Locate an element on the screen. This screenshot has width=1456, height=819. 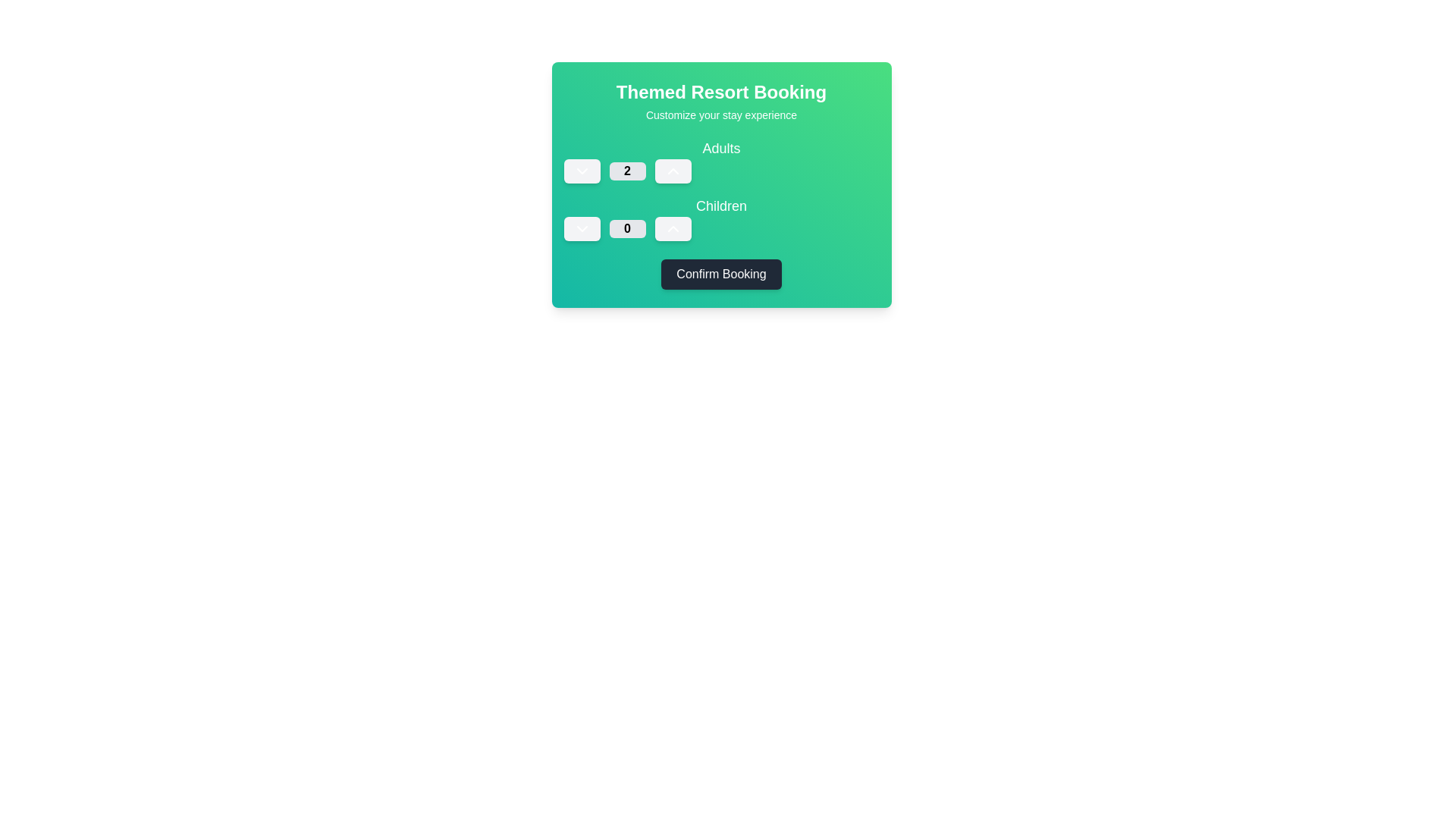
the upward increment button represented as a chevron-shaped arrow inside a square button in the 'Children' count selector for focus effect is located at coordinates (672, 228).